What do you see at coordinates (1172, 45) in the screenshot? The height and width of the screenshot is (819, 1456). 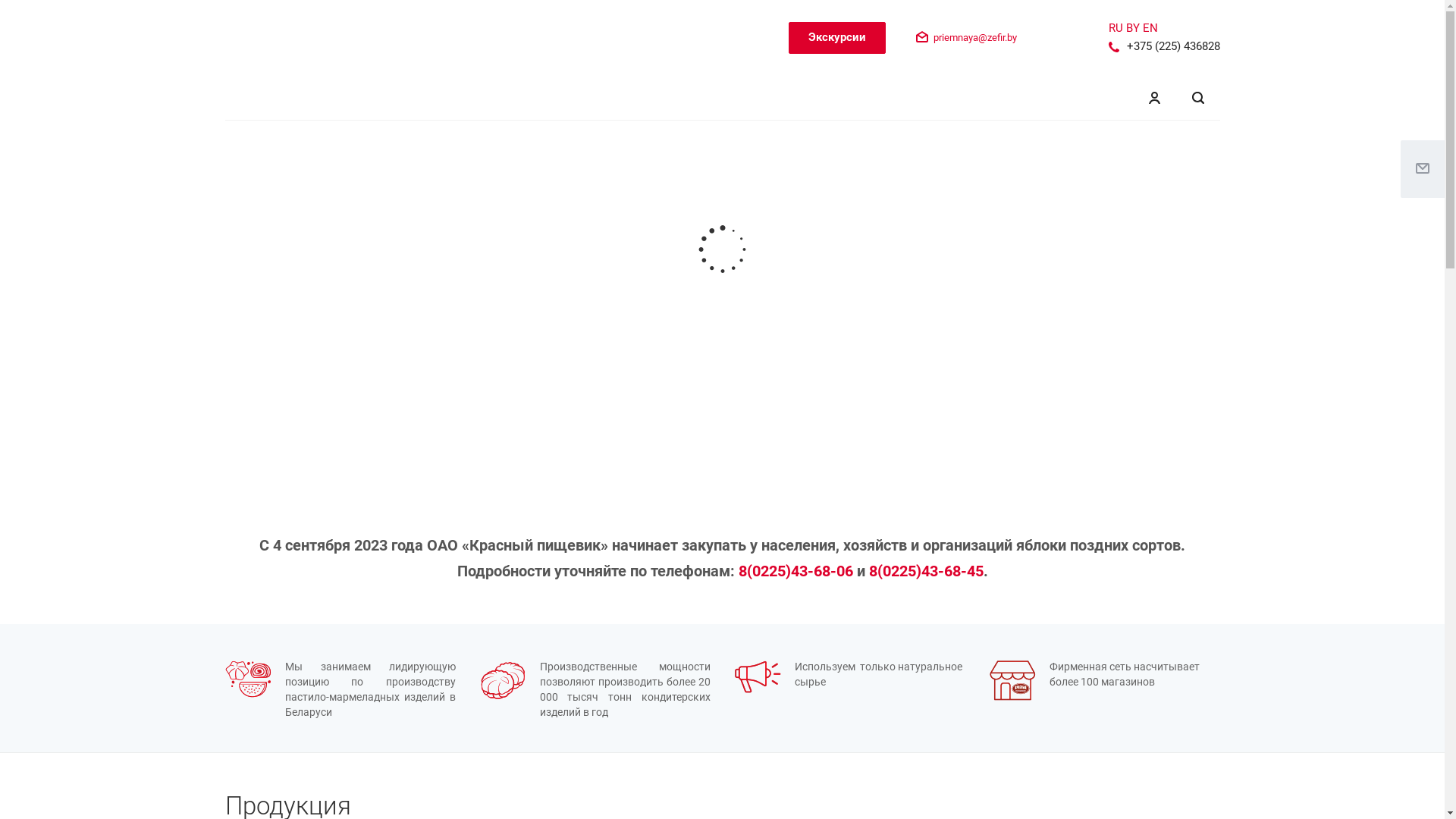 I see `'+375 (225) 436828'` at bounding box center [1172, 45].